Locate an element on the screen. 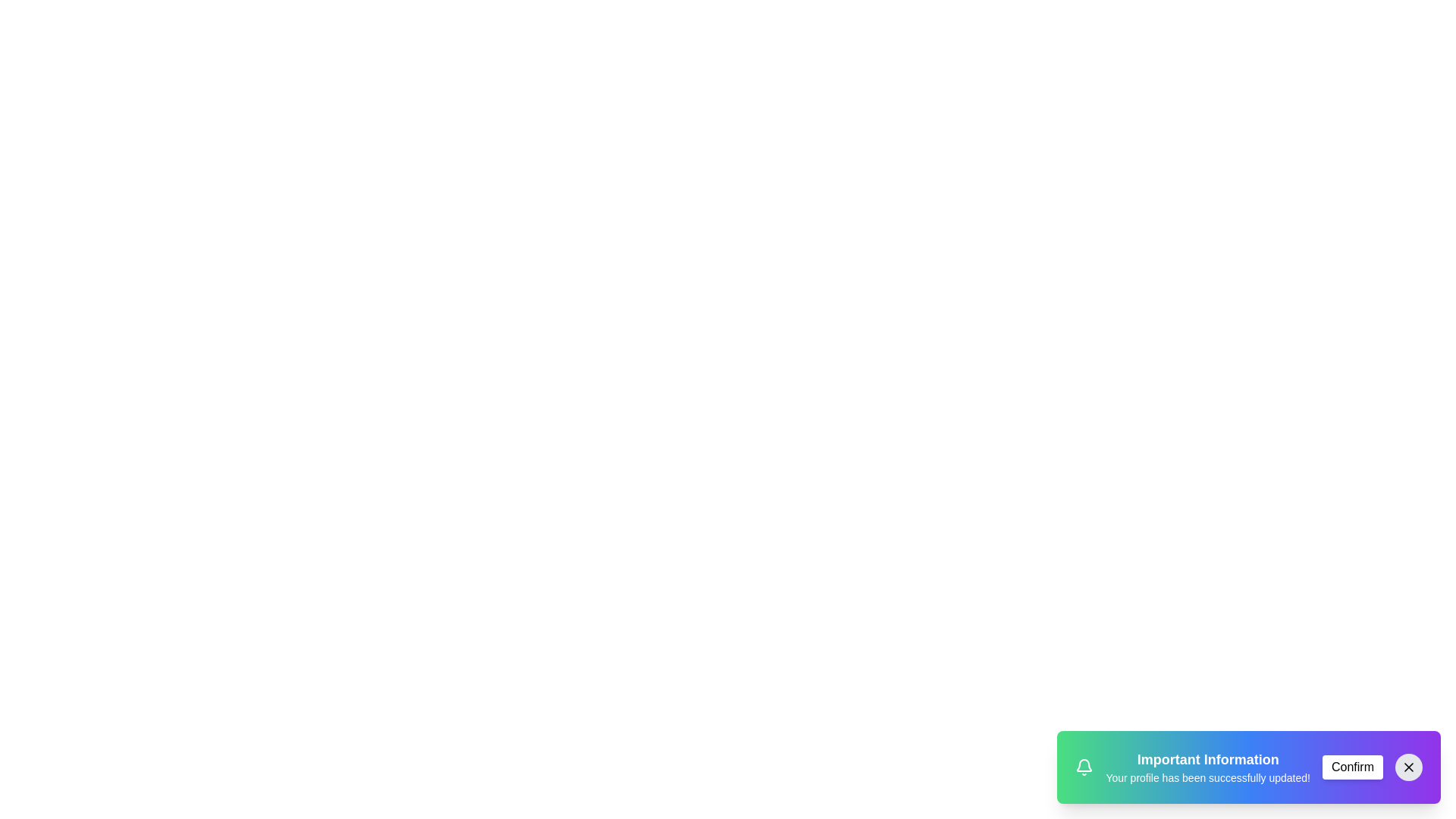 Image resolution: width=1456 pixels, height=819 pixels. the close button to dismiss the snackbar is located at coordinates (1407, 767).